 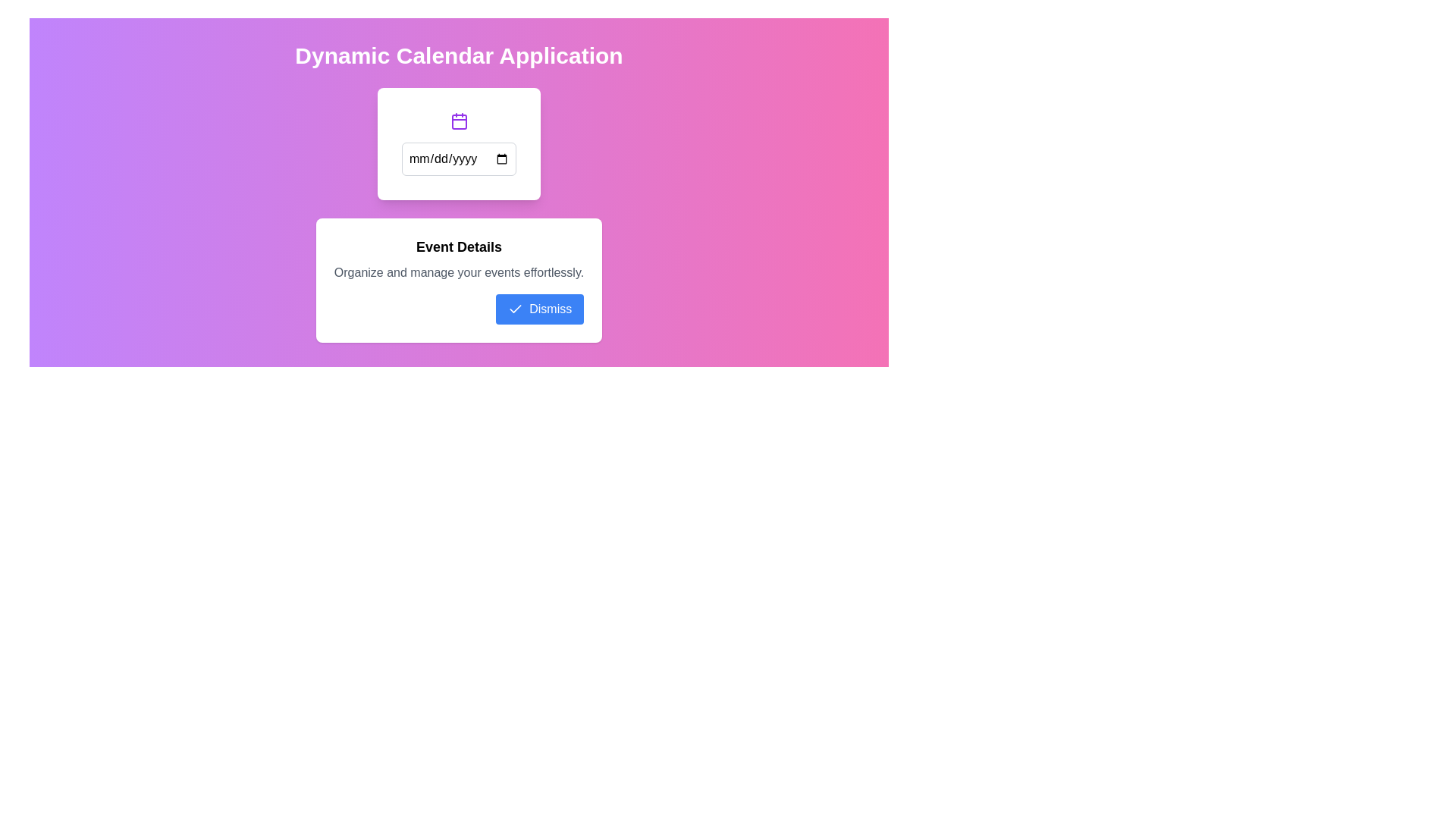 What do you see at coordinates (458, 120) in the screenshot?
I see `the purple calendar icon with a bold outline and curved edges, centrally positioned above the date input field` at bounding box center [458, 120].